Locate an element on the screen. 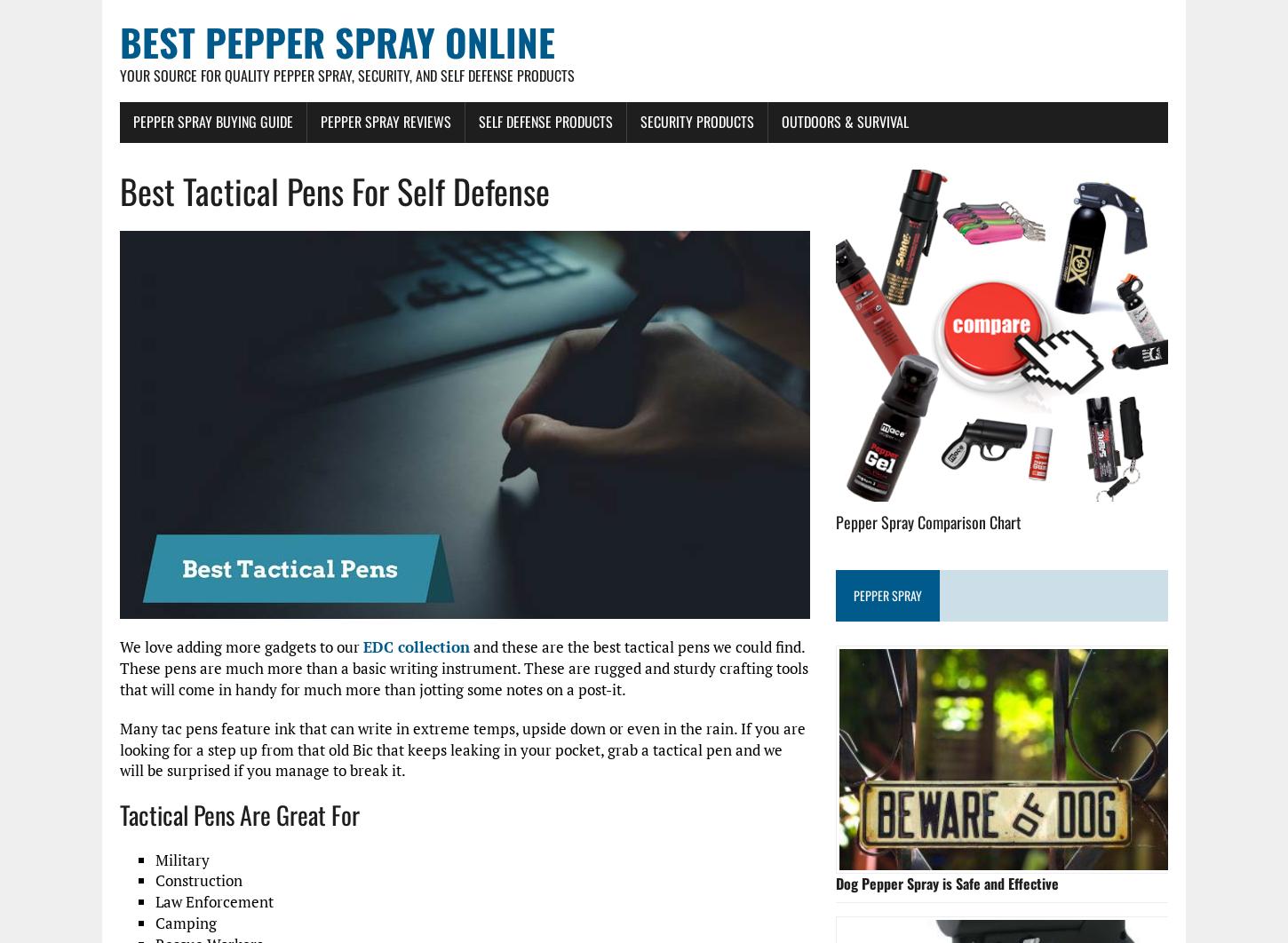  'Dog Pepper Spray is Safe and Effective' is located at coordinates (947, 882).